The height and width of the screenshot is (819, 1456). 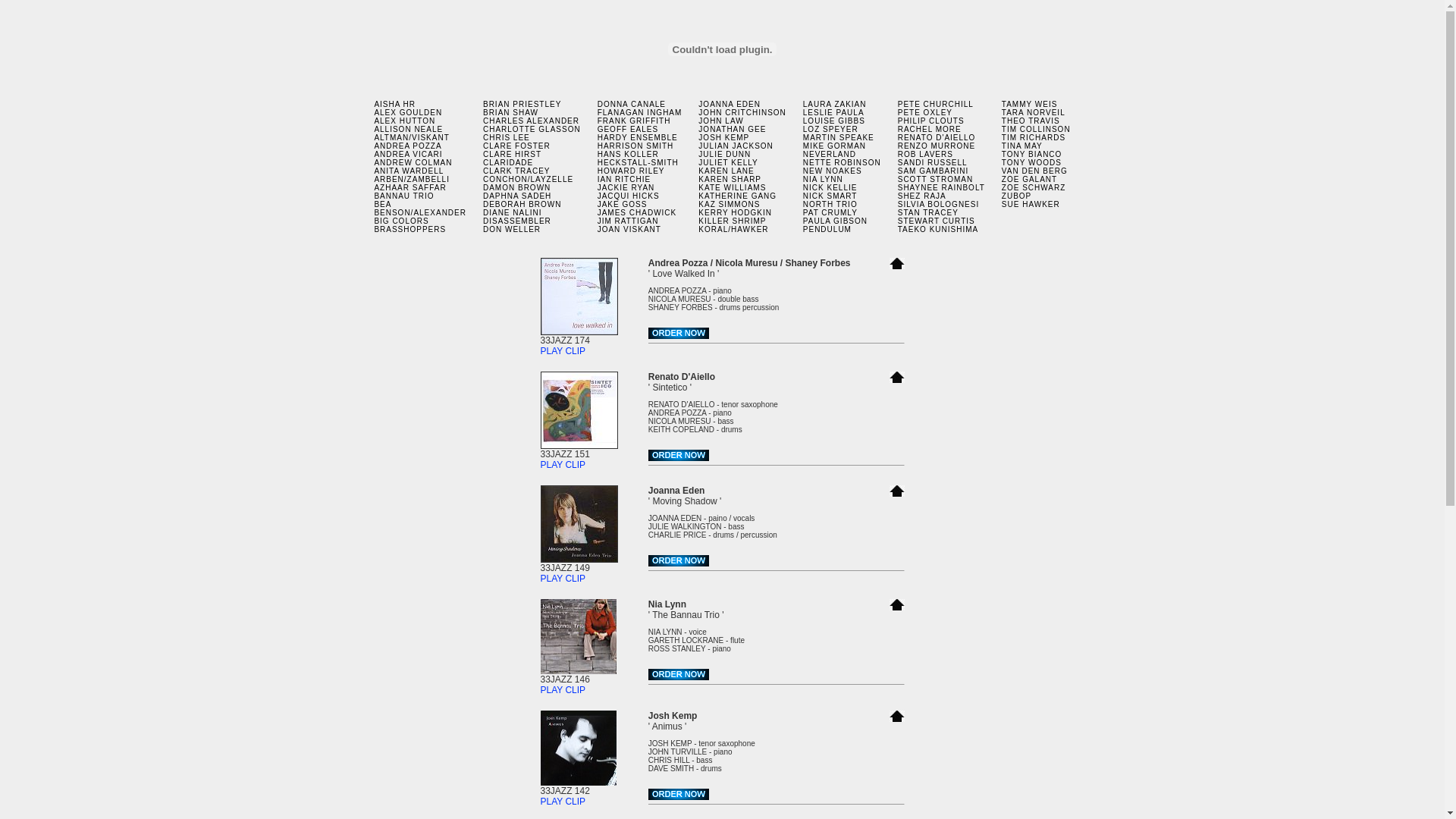 I want to click on 'CHRIS LEE', so click(x=506, y=137).